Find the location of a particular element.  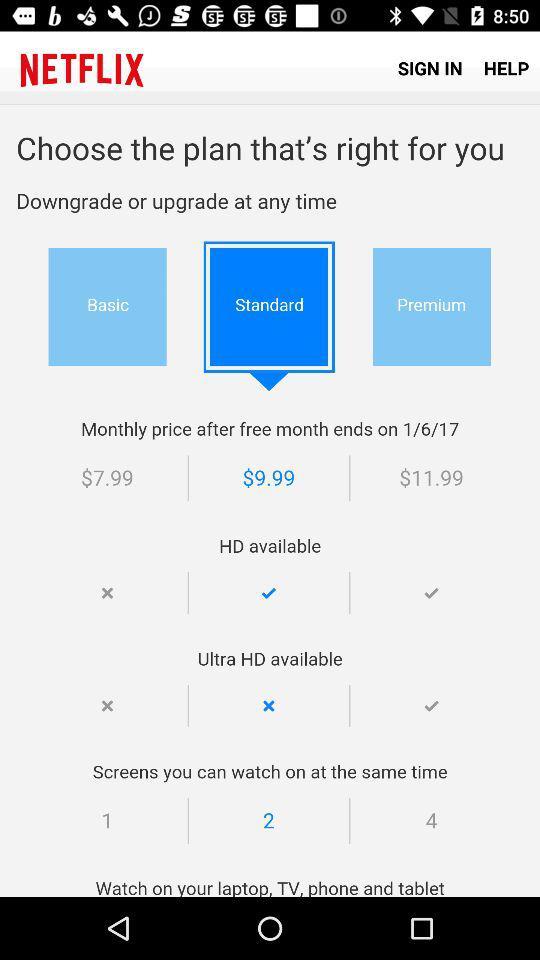

plan is located at coordinates (270, 500).